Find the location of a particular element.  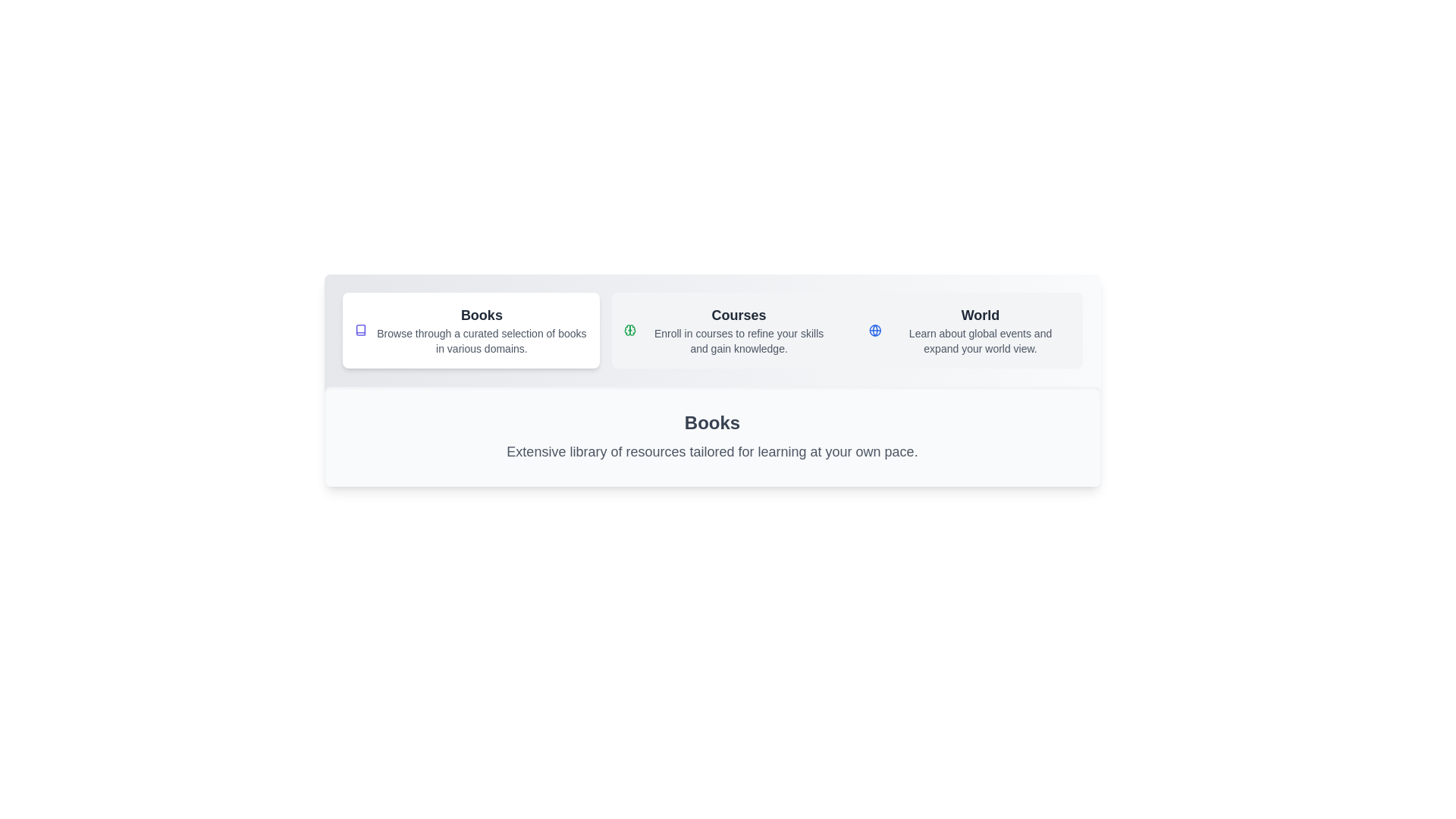

the Courses tab by clicking on its button is located at coordinates (728, 329).